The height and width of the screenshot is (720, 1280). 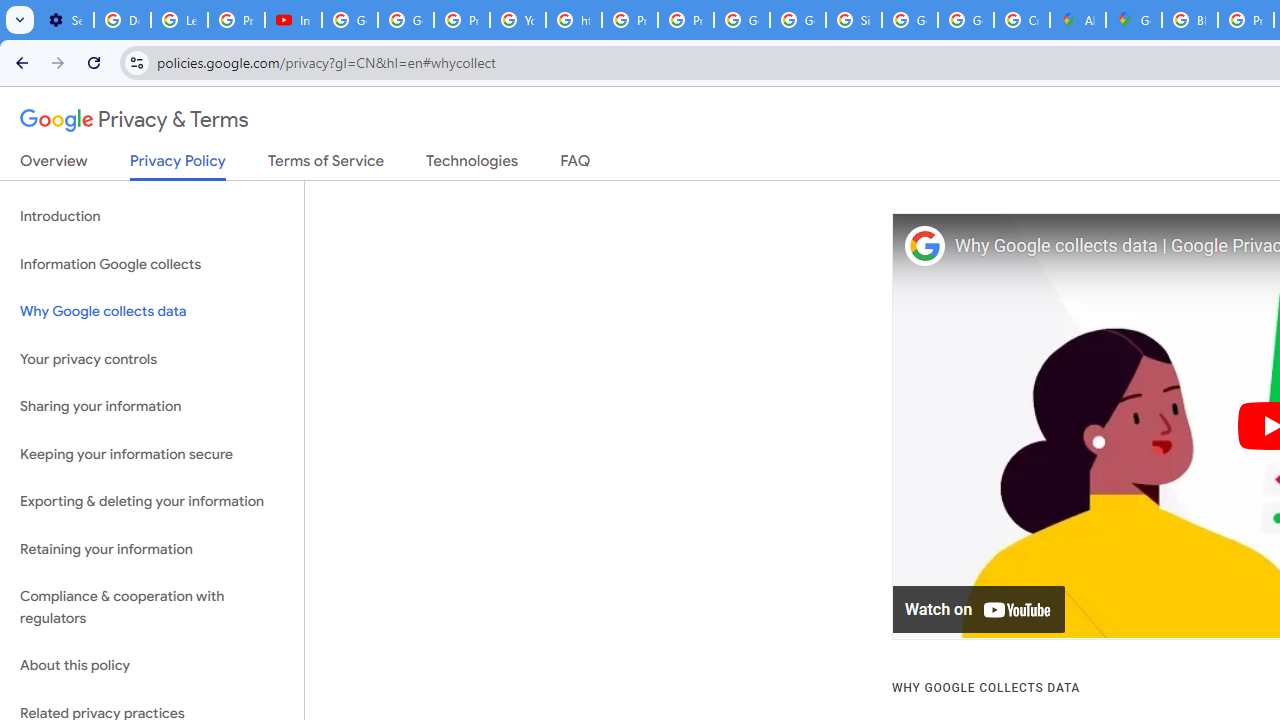 What do you see at coordinates (1190, 20) in the screenshot?
I see `'Blogger Policies and Guidelines - Transparency Center'` at bounding box center [1190, 20].